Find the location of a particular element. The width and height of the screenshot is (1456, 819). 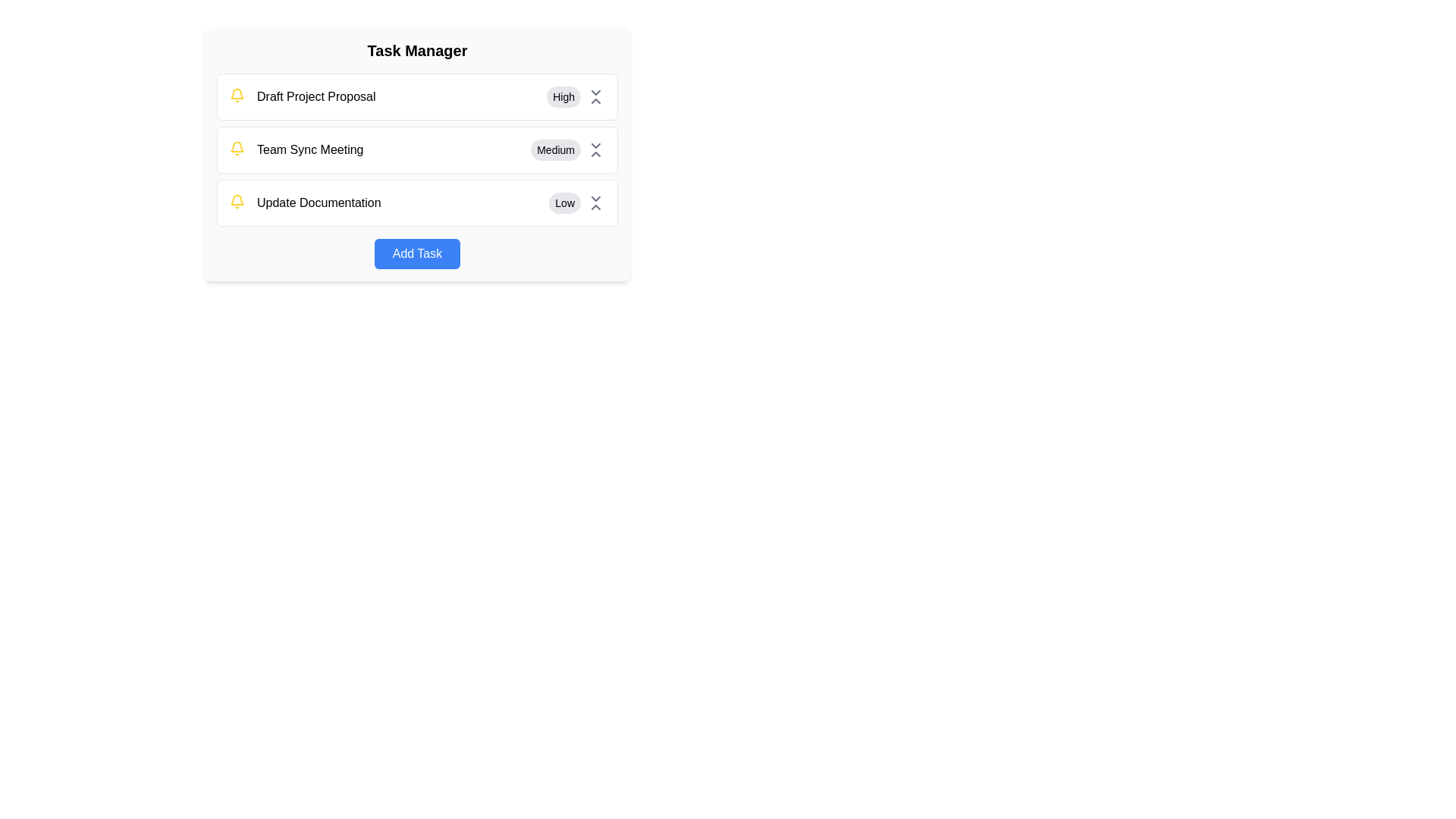

the status label that indicates the priority of the task, located to the right of 'Draft Project Proposal' and before the button with interactive arrows is located at coordinates (563, 96).